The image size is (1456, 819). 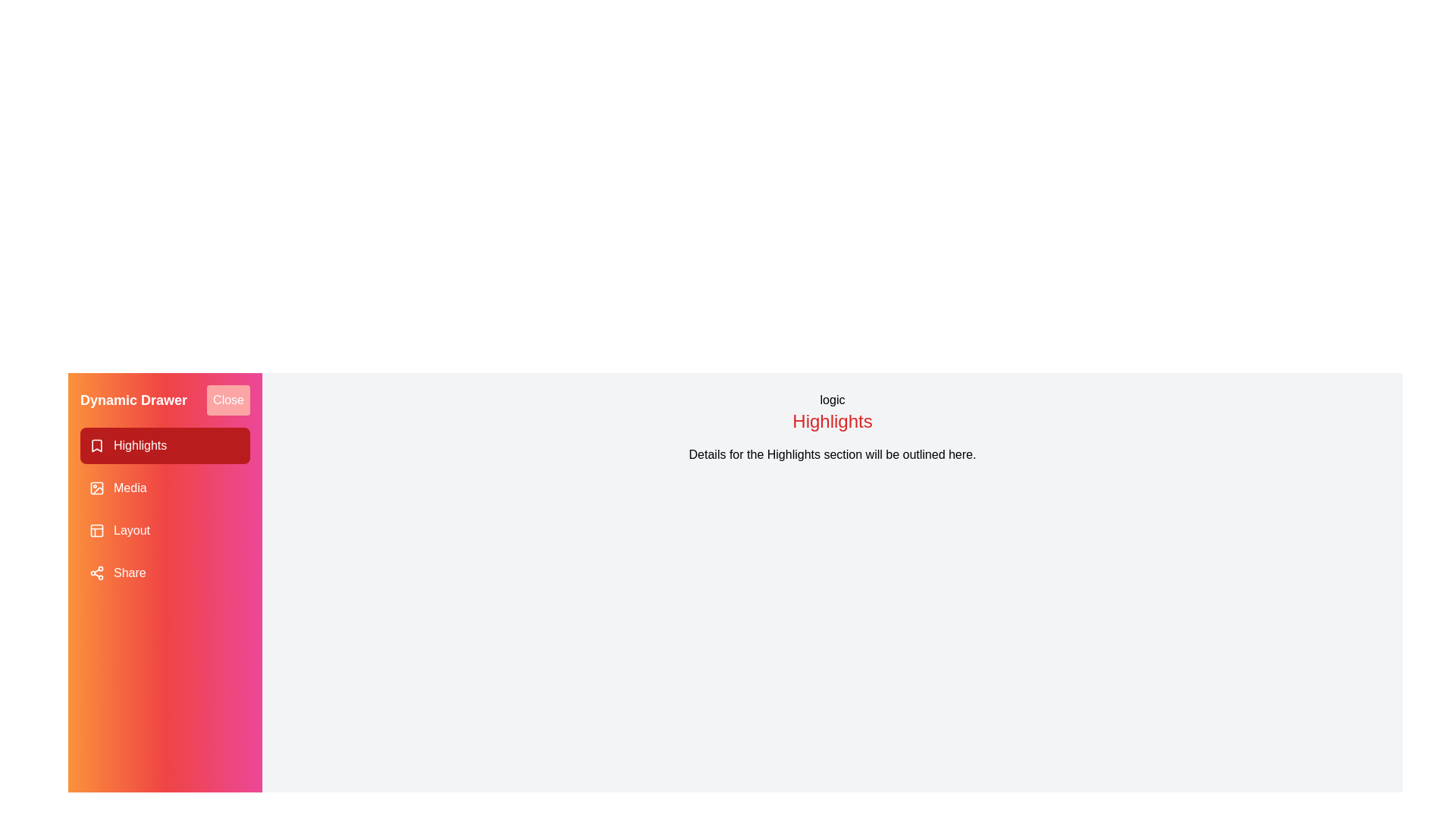 I want to click on the section Highlights from the drawer, so click(x=165, y=444).